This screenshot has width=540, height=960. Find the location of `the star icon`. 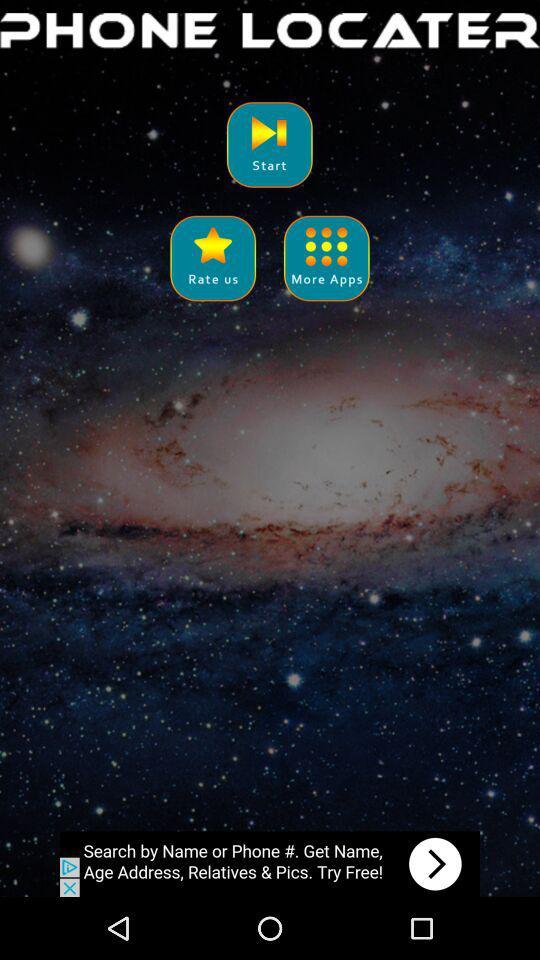

the star icon is located at coordinates (212, 275).